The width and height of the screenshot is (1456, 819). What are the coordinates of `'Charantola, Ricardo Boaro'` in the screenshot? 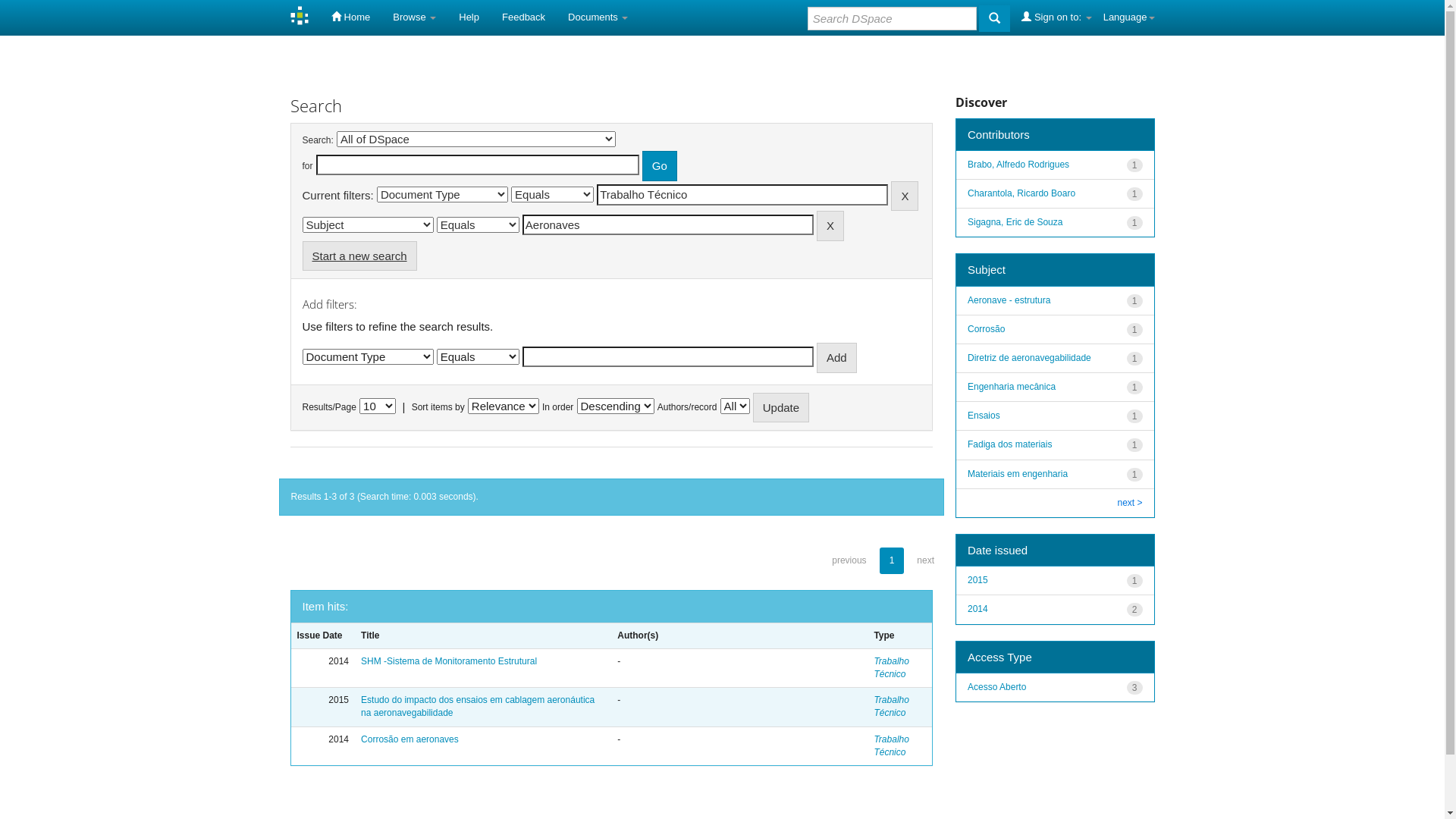 It's located at (1021, 192).